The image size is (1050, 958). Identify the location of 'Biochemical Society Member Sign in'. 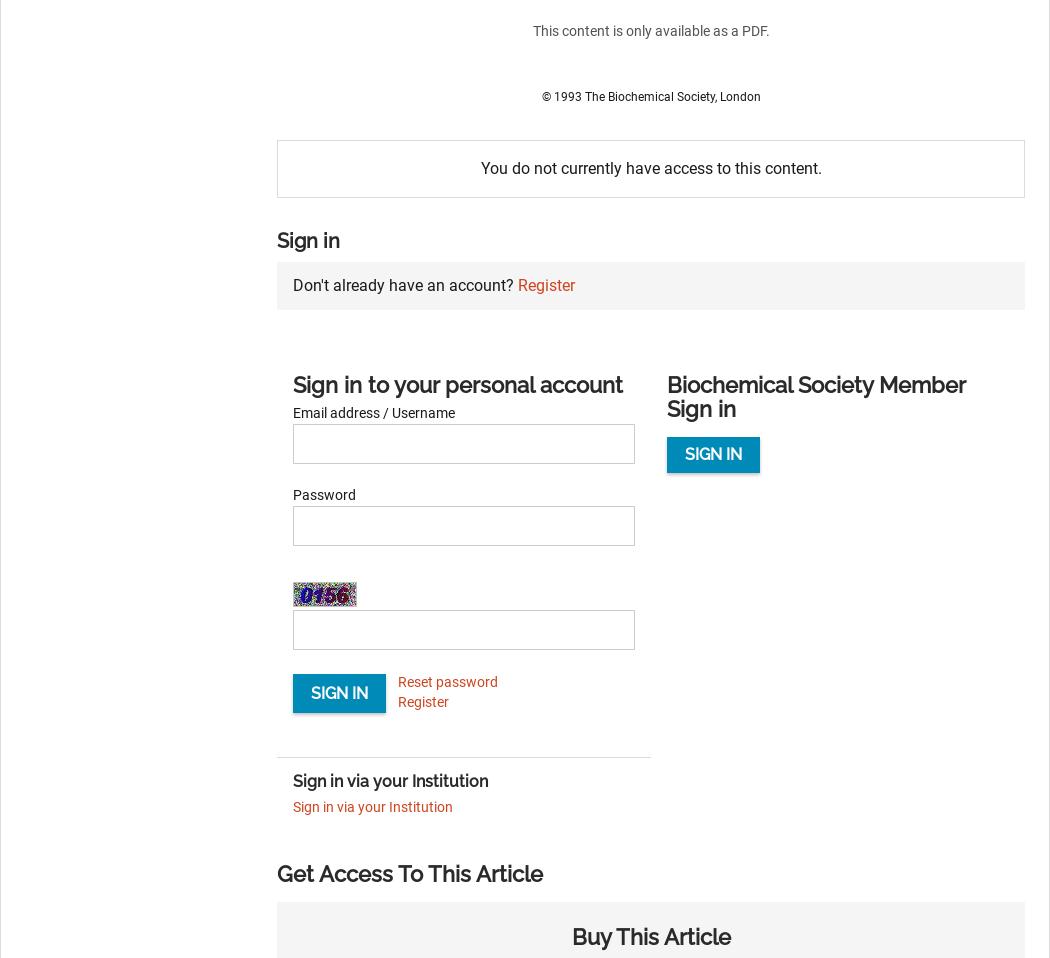
(665, 395).